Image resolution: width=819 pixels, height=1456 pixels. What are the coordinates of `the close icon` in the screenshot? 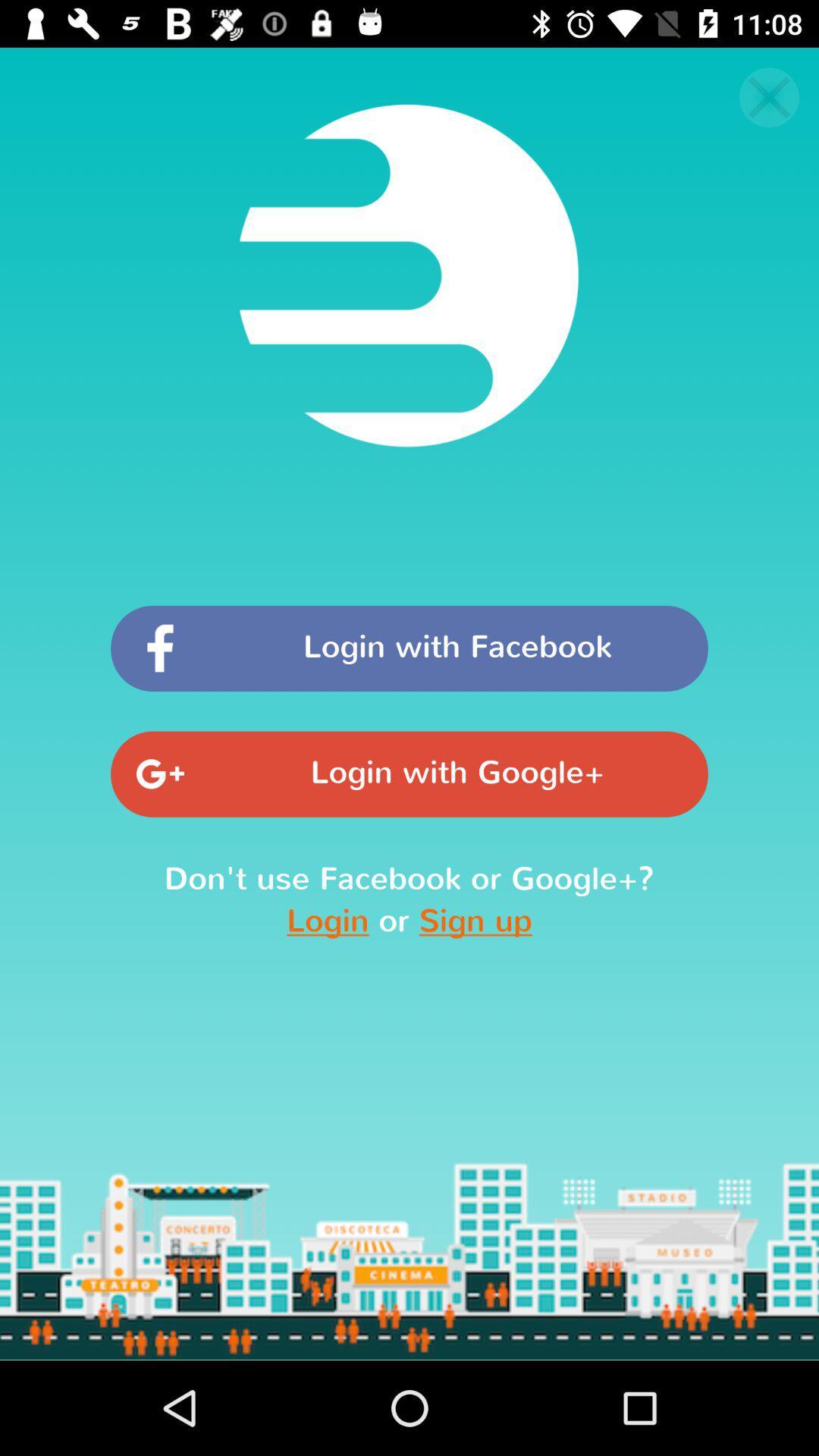 It's located at (769, 96).